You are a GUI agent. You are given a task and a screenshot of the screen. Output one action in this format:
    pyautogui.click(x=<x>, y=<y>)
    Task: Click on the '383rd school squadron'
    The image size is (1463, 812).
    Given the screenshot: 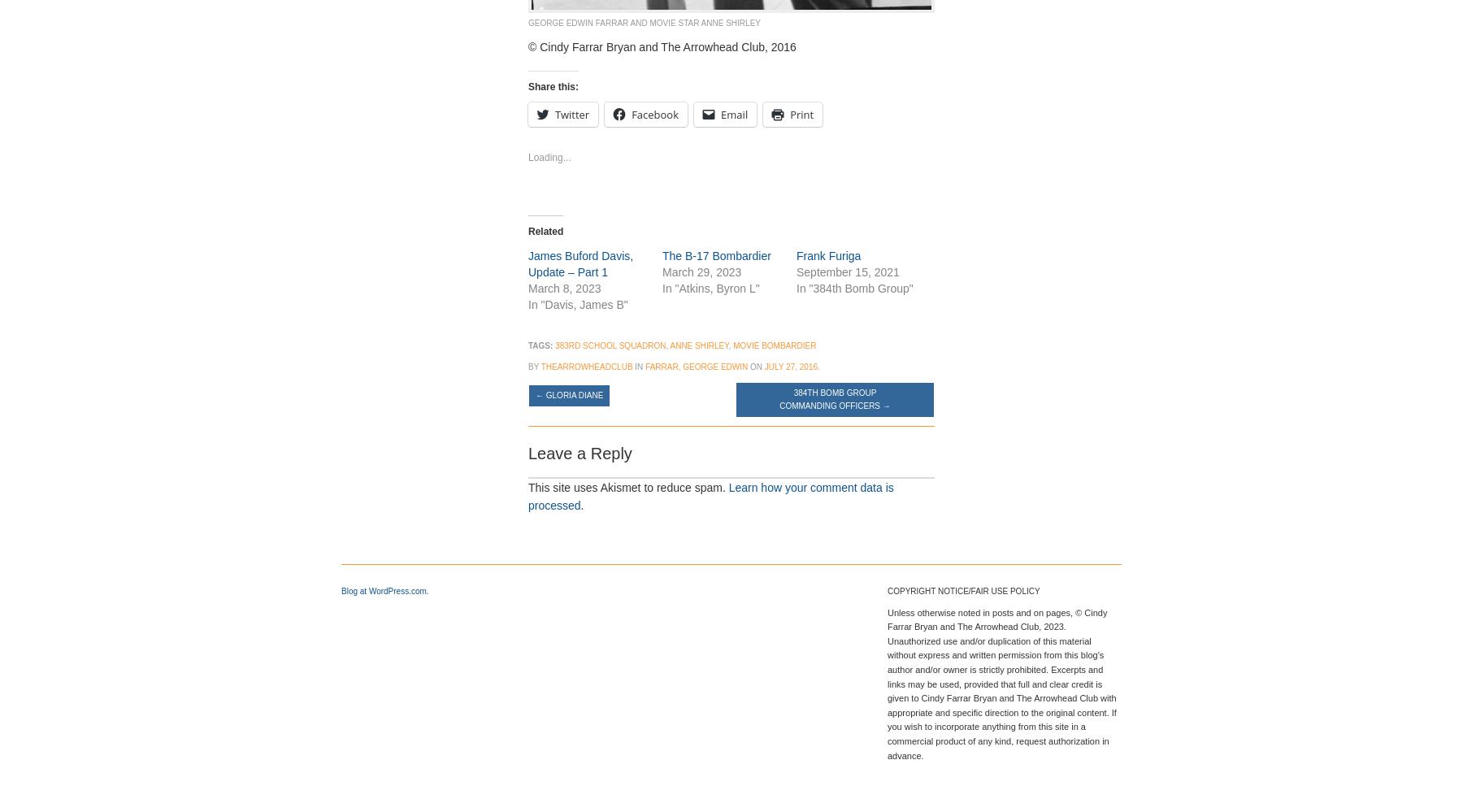 What is the action you would take?
    pyautogui.click(x=609, y=345)
    